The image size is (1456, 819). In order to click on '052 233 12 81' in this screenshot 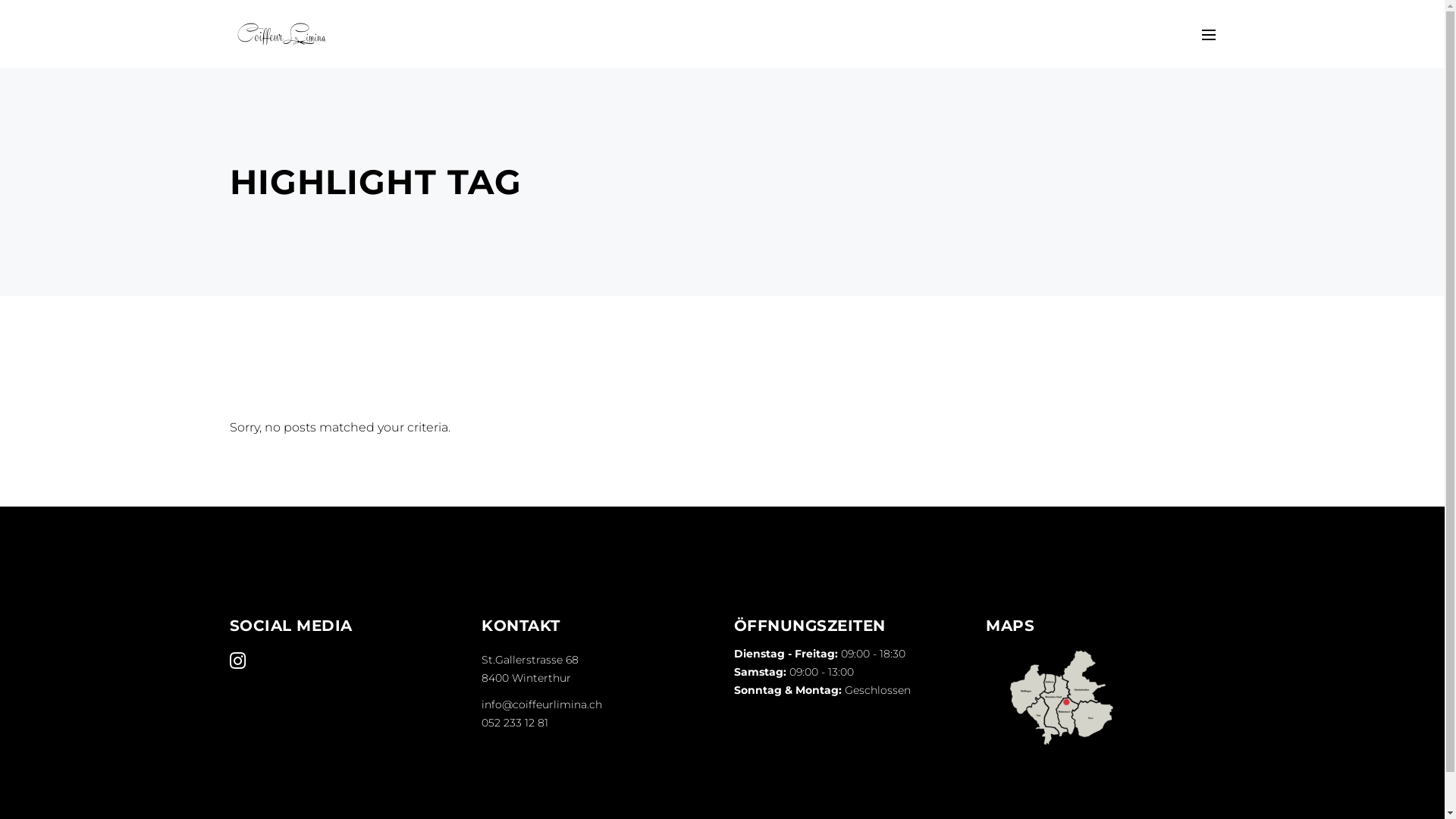, I will do `click(480, 721)`.